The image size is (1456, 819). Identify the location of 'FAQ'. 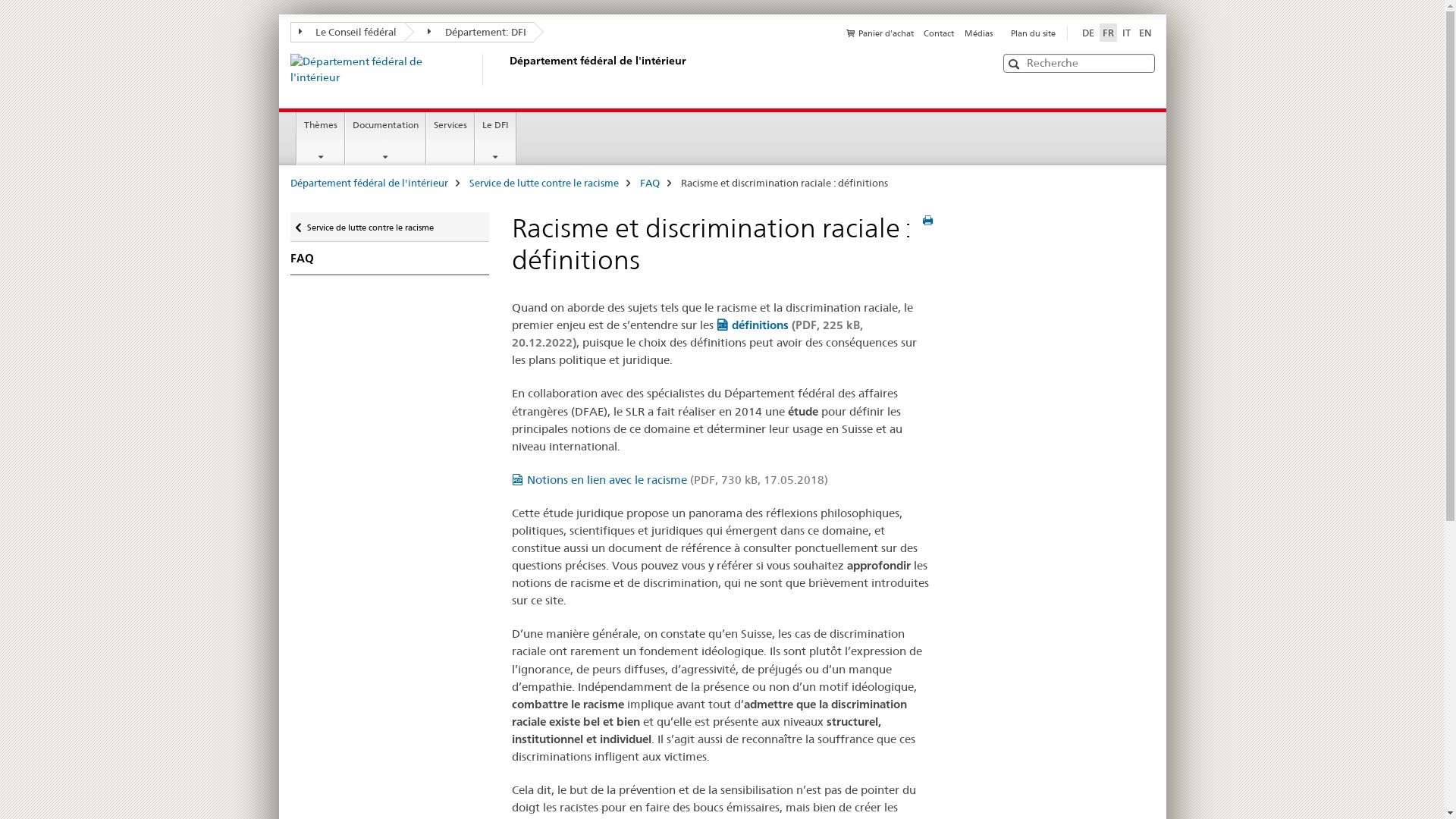
(389, 257).